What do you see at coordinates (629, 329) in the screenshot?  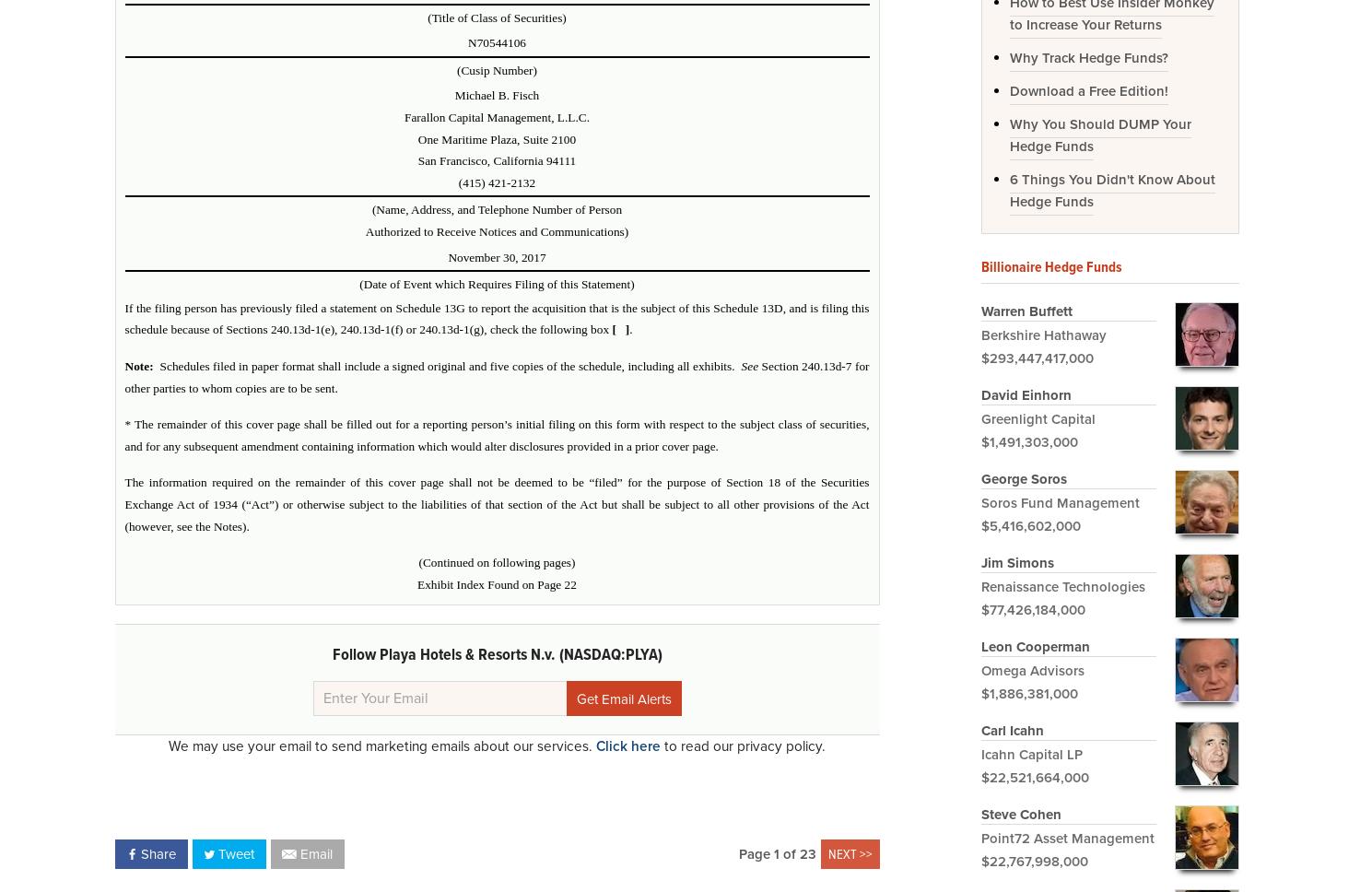 I see `'.'` at bounding box center [629, 329].